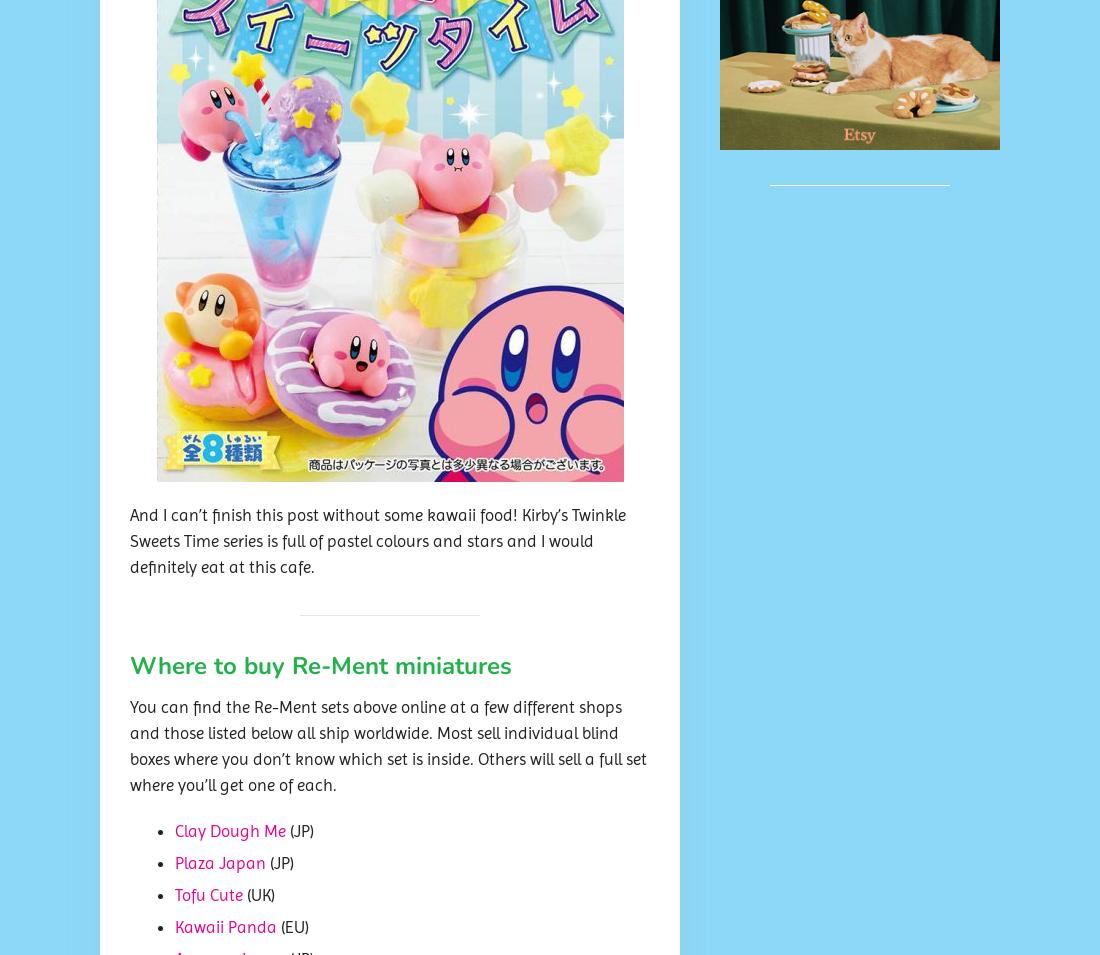  Describe the element at coordinates (174, 895) in the screenshot. I see `'Tofu Cute'` at that location.